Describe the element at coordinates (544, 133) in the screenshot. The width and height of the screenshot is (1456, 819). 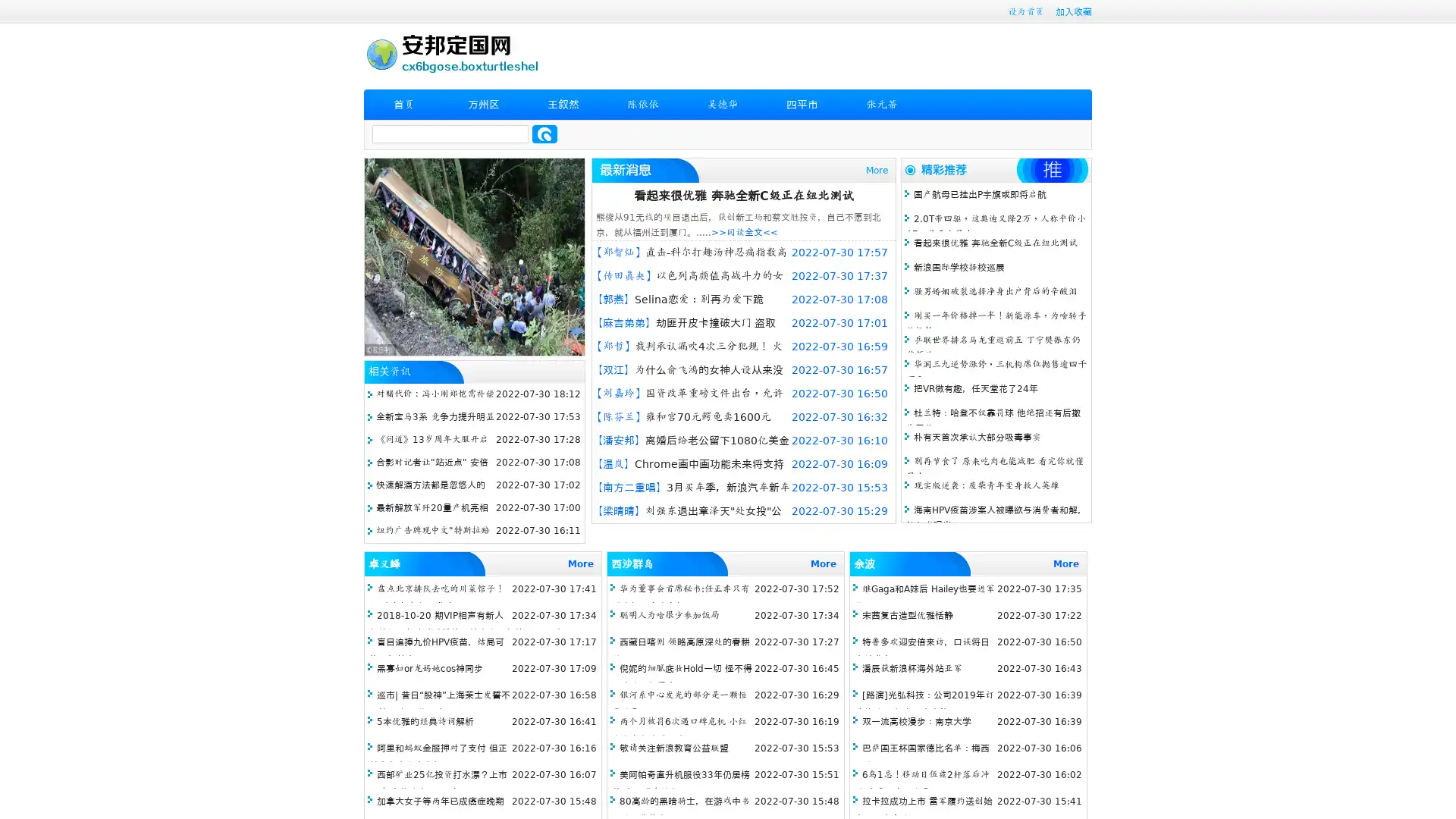
I see `Search` at that location.